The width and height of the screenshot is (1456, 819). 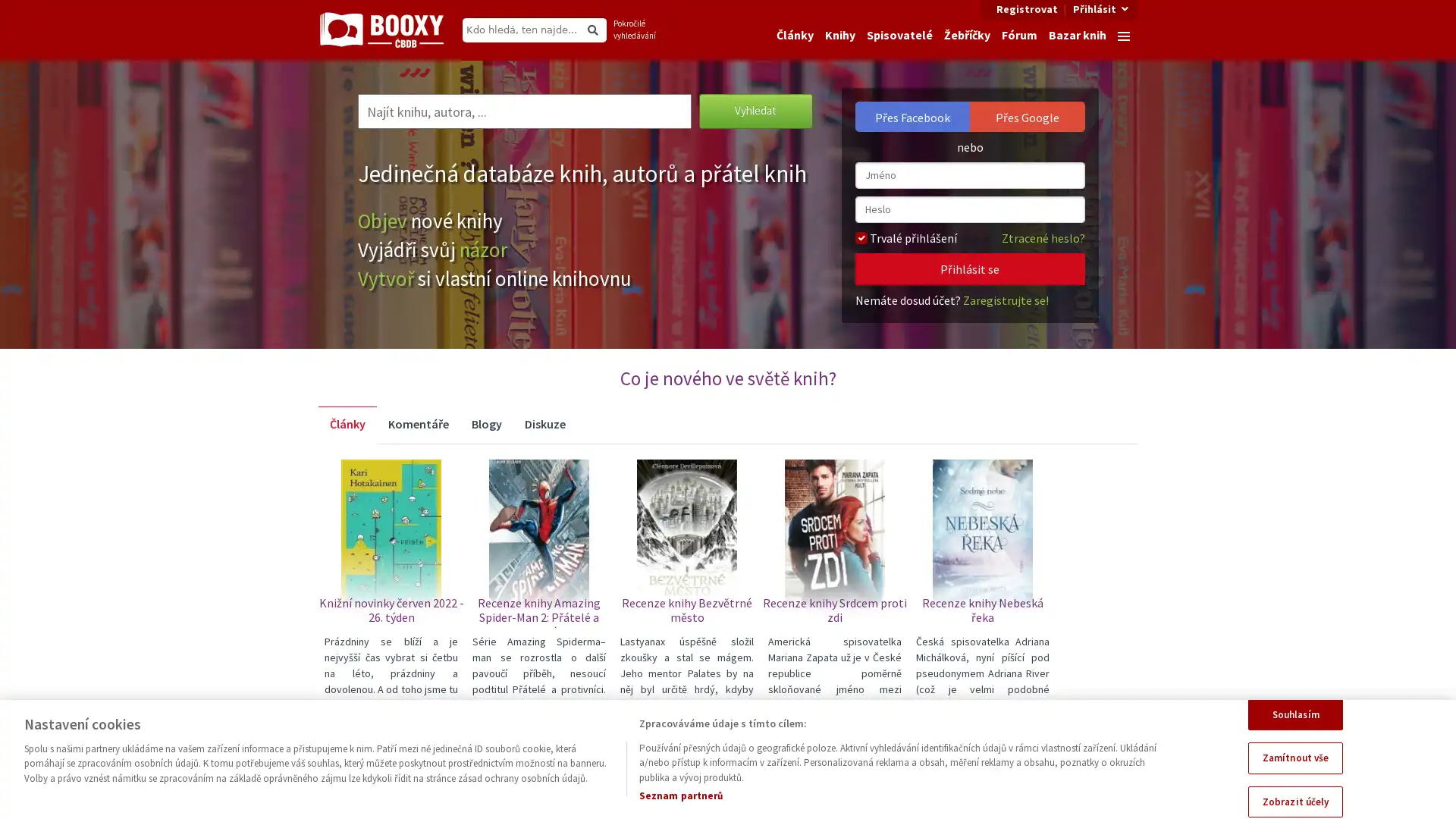 I want to click on Zamitnout vse, so click(x=1294, y=758).